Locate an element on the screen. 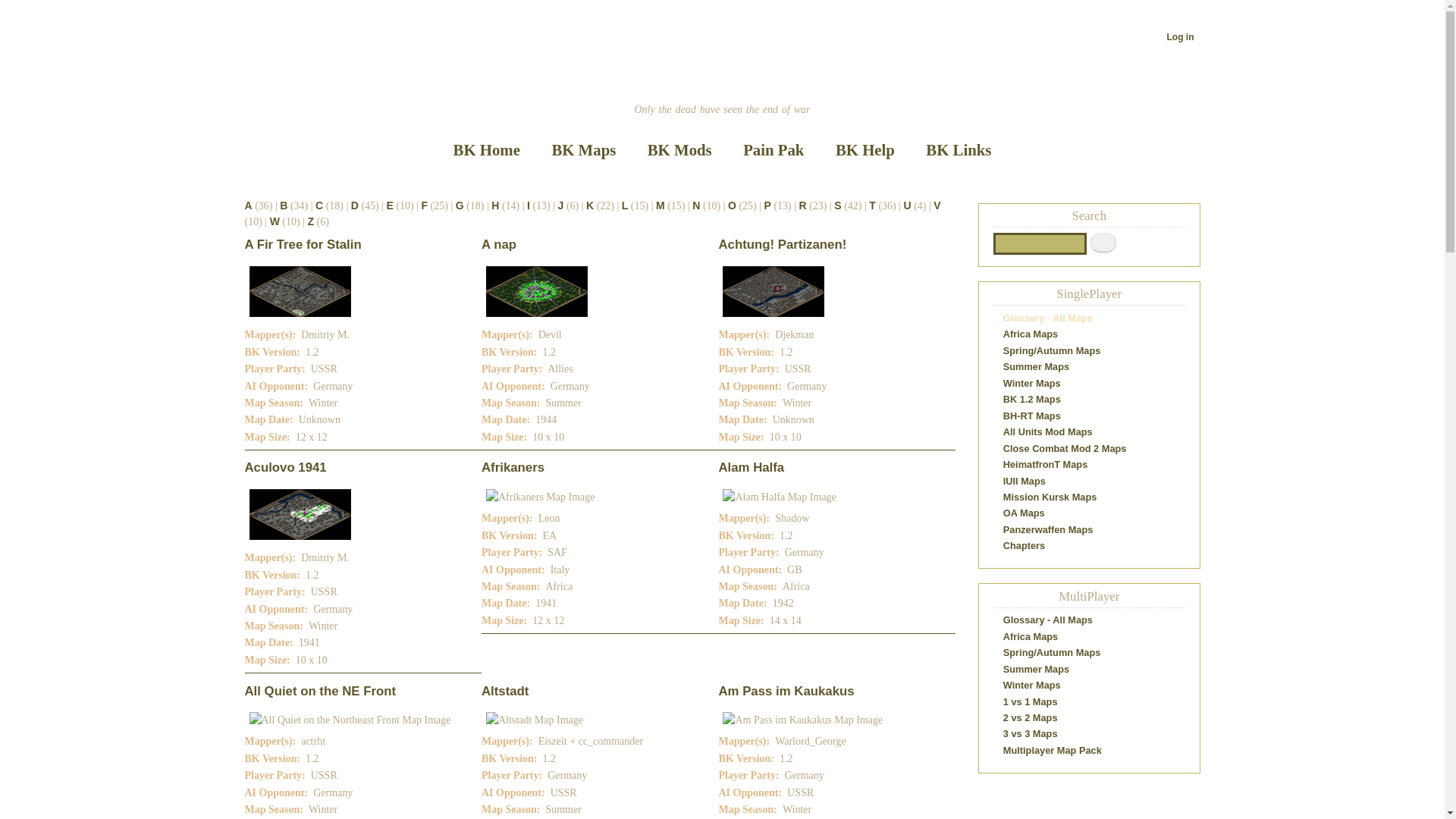 The width and height of the screenshot is (1456, 819). 'C' is located at coordinates (318, 205).